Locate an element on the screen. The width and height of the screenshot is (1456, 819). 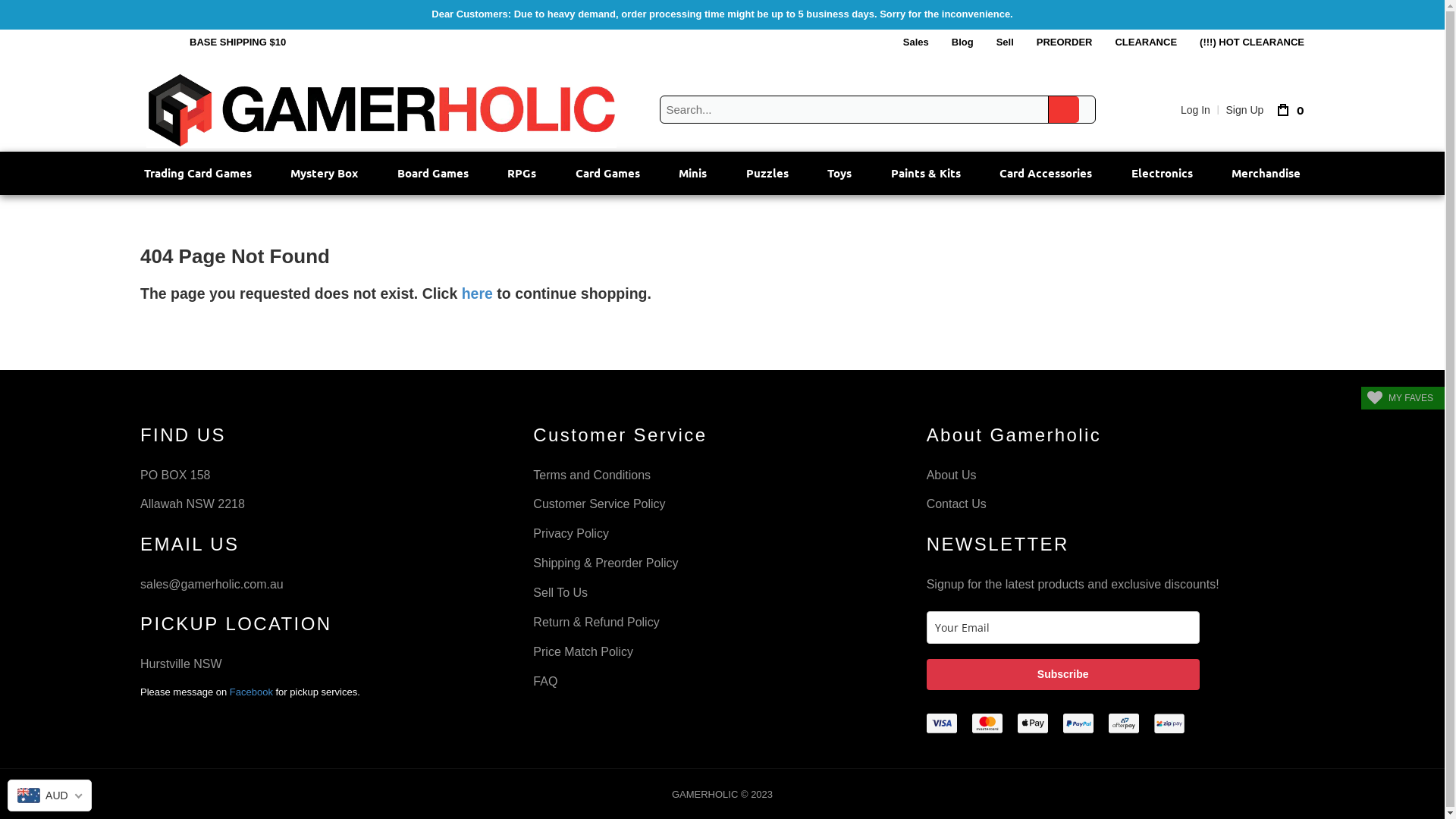
'here' is located at coordinates (476, 293).